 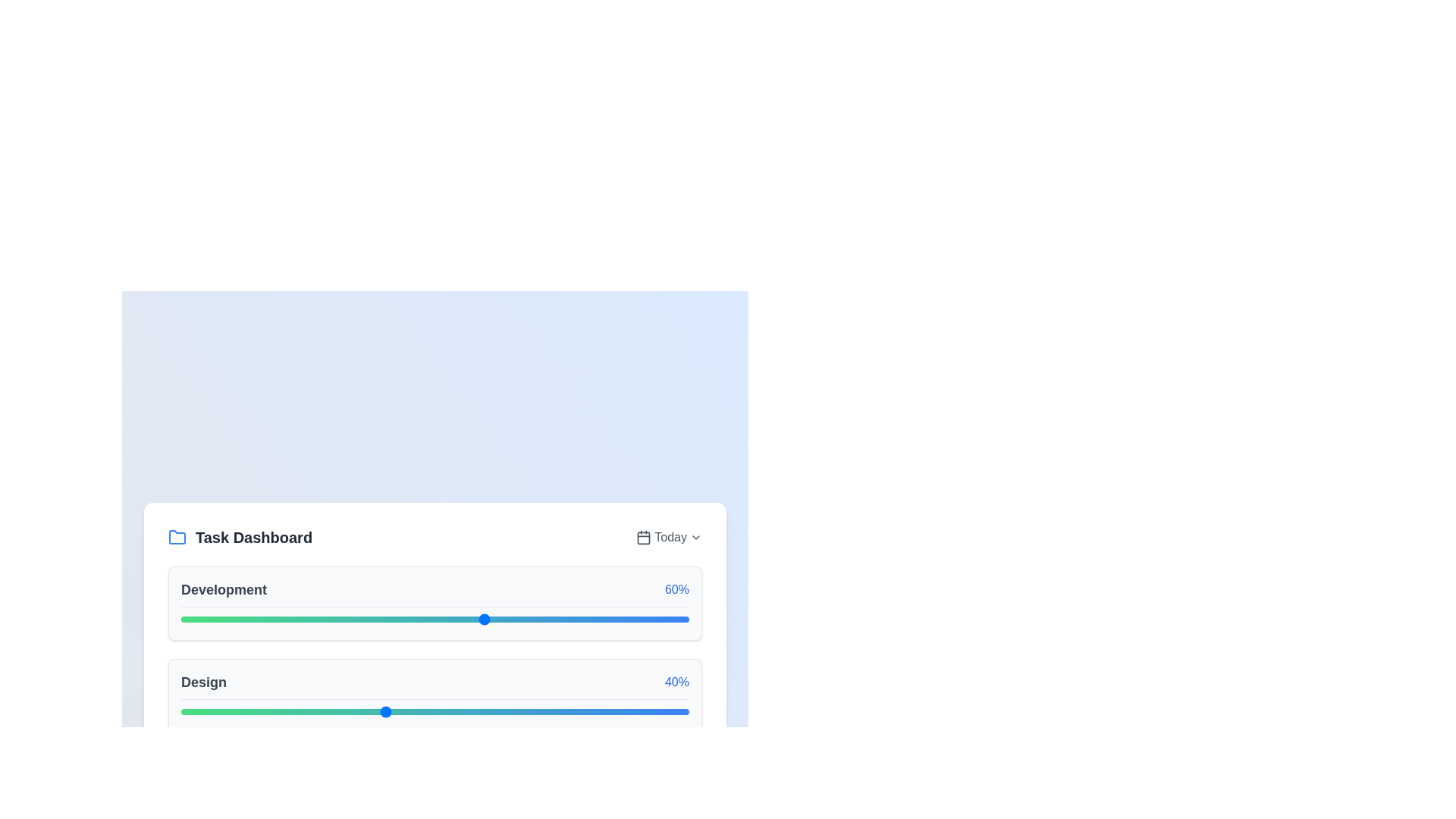 What do you see at coordinates (668, 537) in the screenshot?
I see `the date selection text element located in the top right corner of the 'Task Dashboard' section` at bounding box center [668, 537].